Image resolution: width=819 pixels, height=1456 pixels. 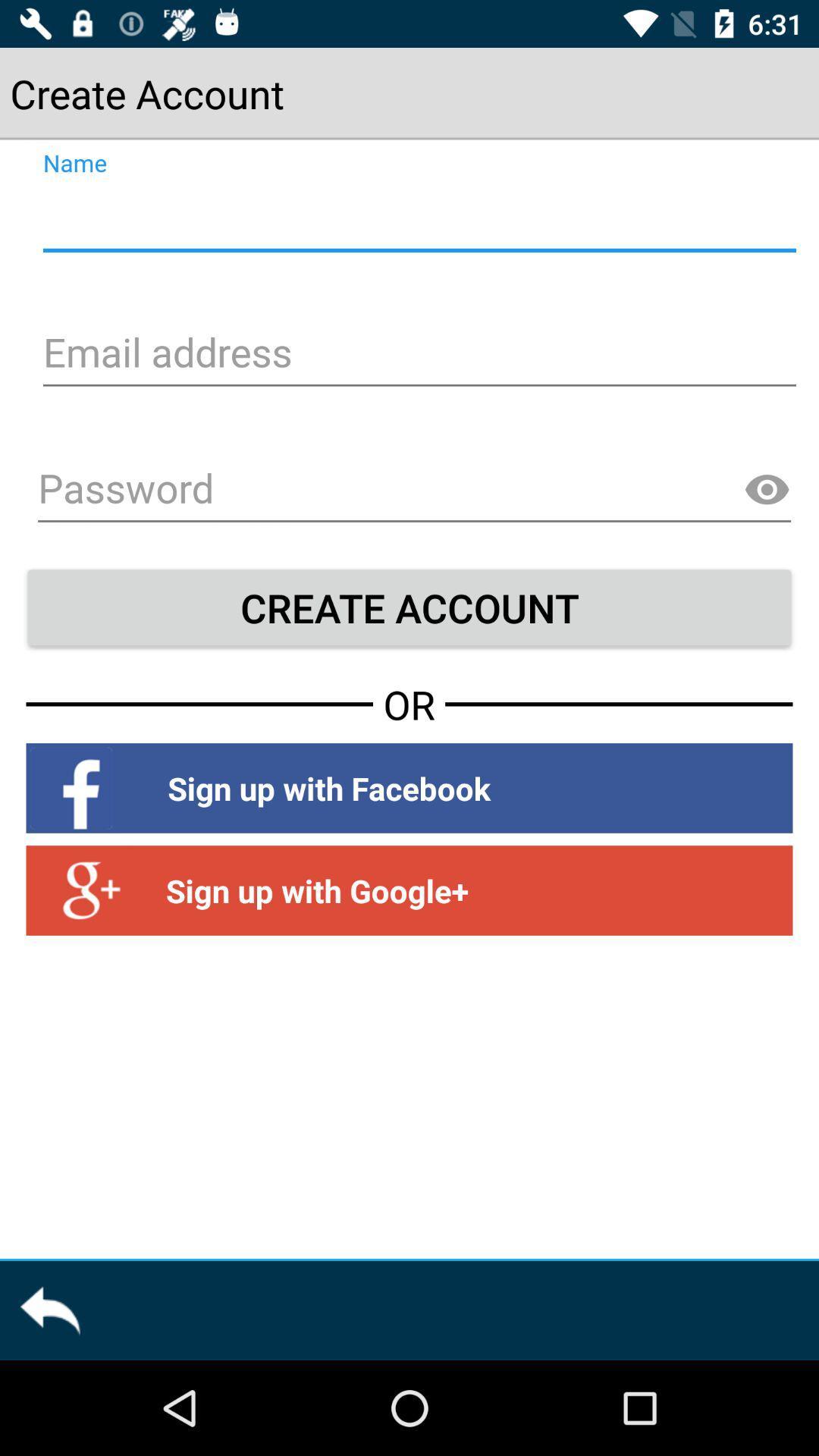 I want to click on password space, so click(x=414, y=491).